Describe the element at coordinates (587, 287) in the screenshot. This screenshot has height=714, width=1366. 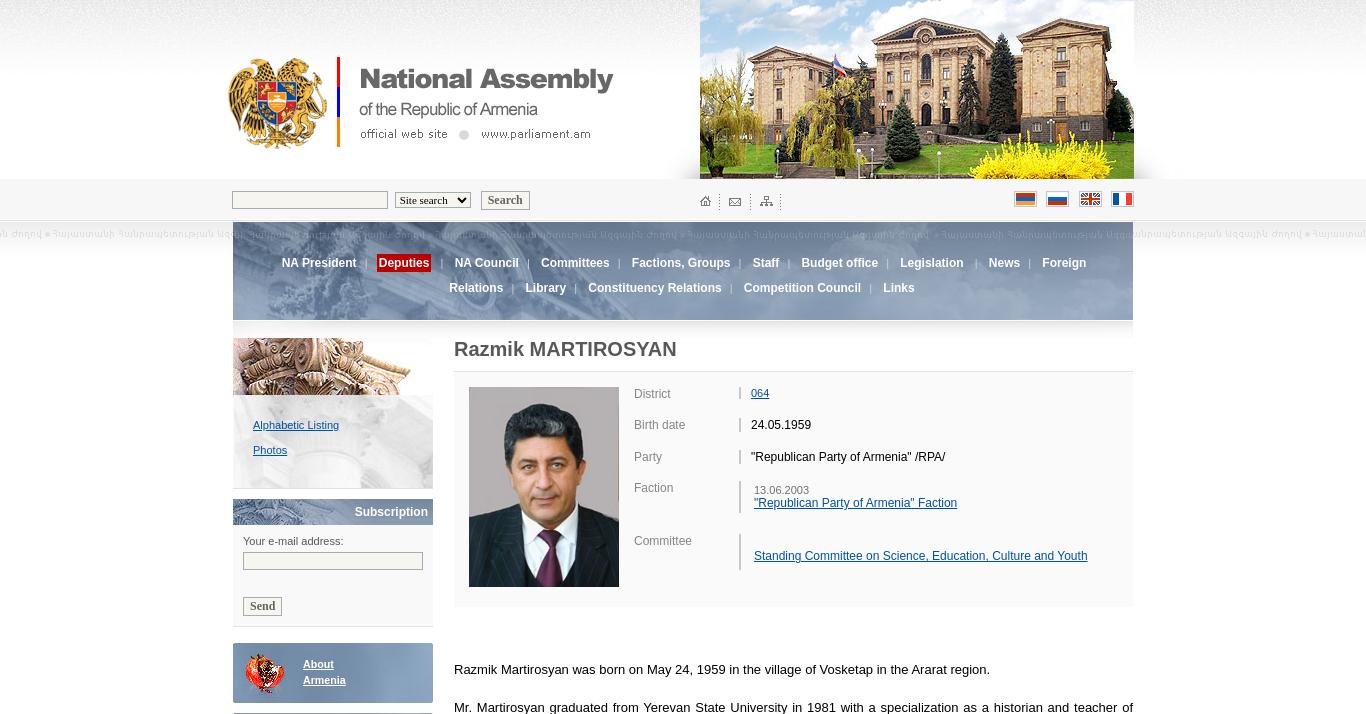
I see `'Constituency Relations'` at that location.